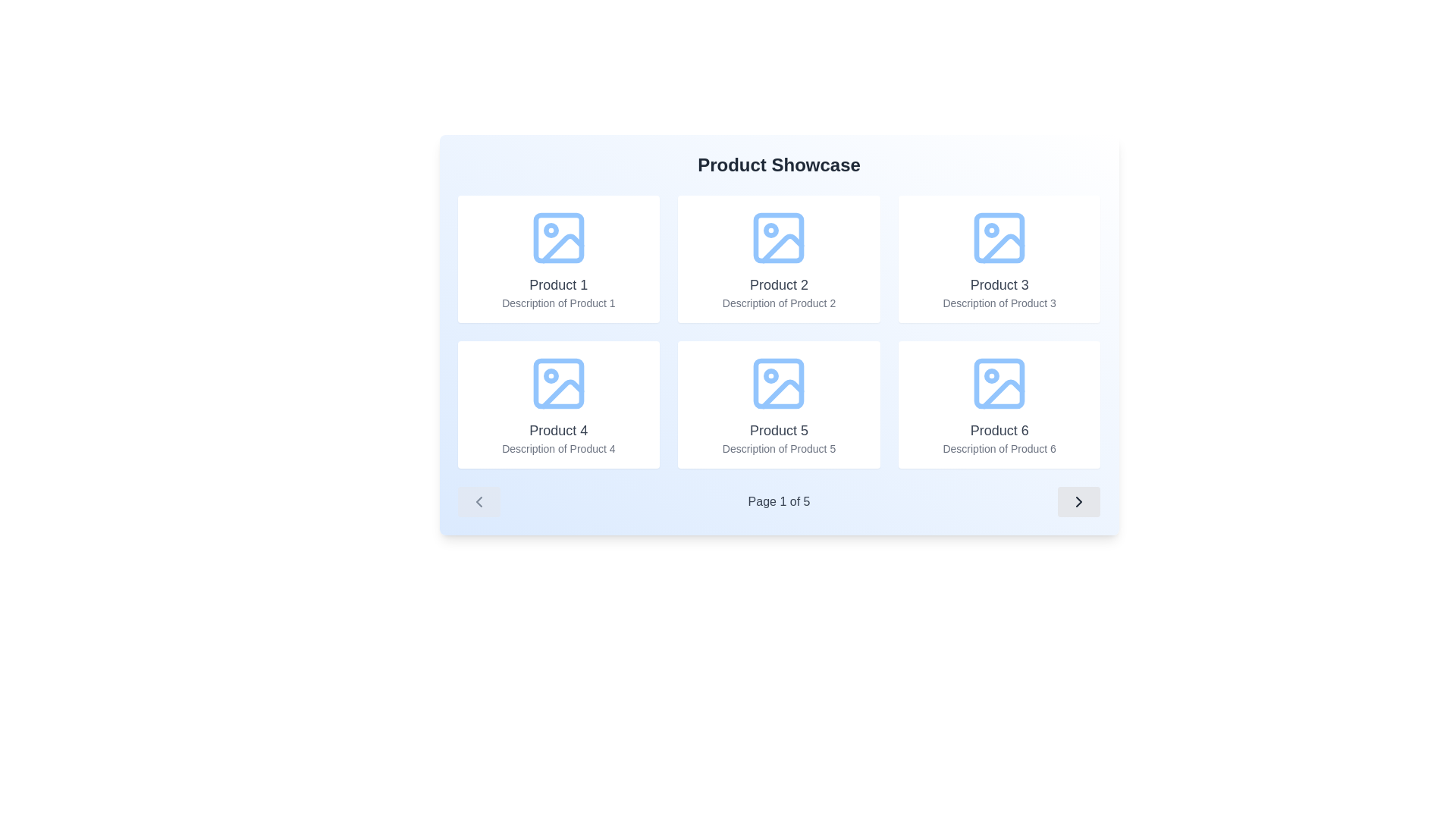  Describe the element at coordinates (557, 237) in the screenshot. I see `the blue icon resembling an image with a circle and diagonal line, located in the top-left card labeled 'Product 1', above the text 'Product 1' and 'Description of Product 1'` at that location.